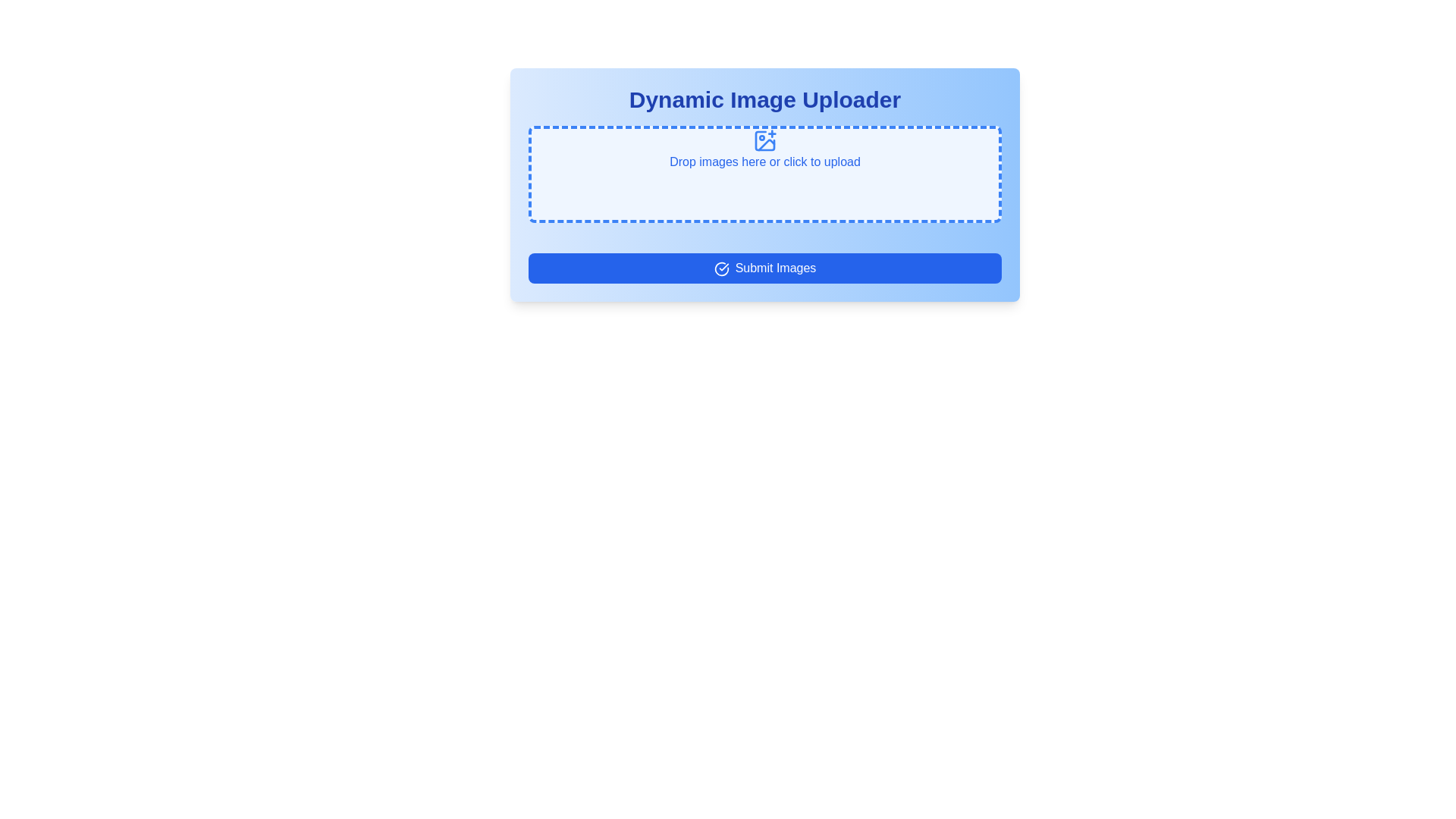 This screenshot has width=1456, height=819. Describe the element at coordinates (764, 162) in the screenshot. I see `the blue-dashed rectangular area below the image-plus icon and above the 'Submit Images' button to initiate a file upload` at that location.